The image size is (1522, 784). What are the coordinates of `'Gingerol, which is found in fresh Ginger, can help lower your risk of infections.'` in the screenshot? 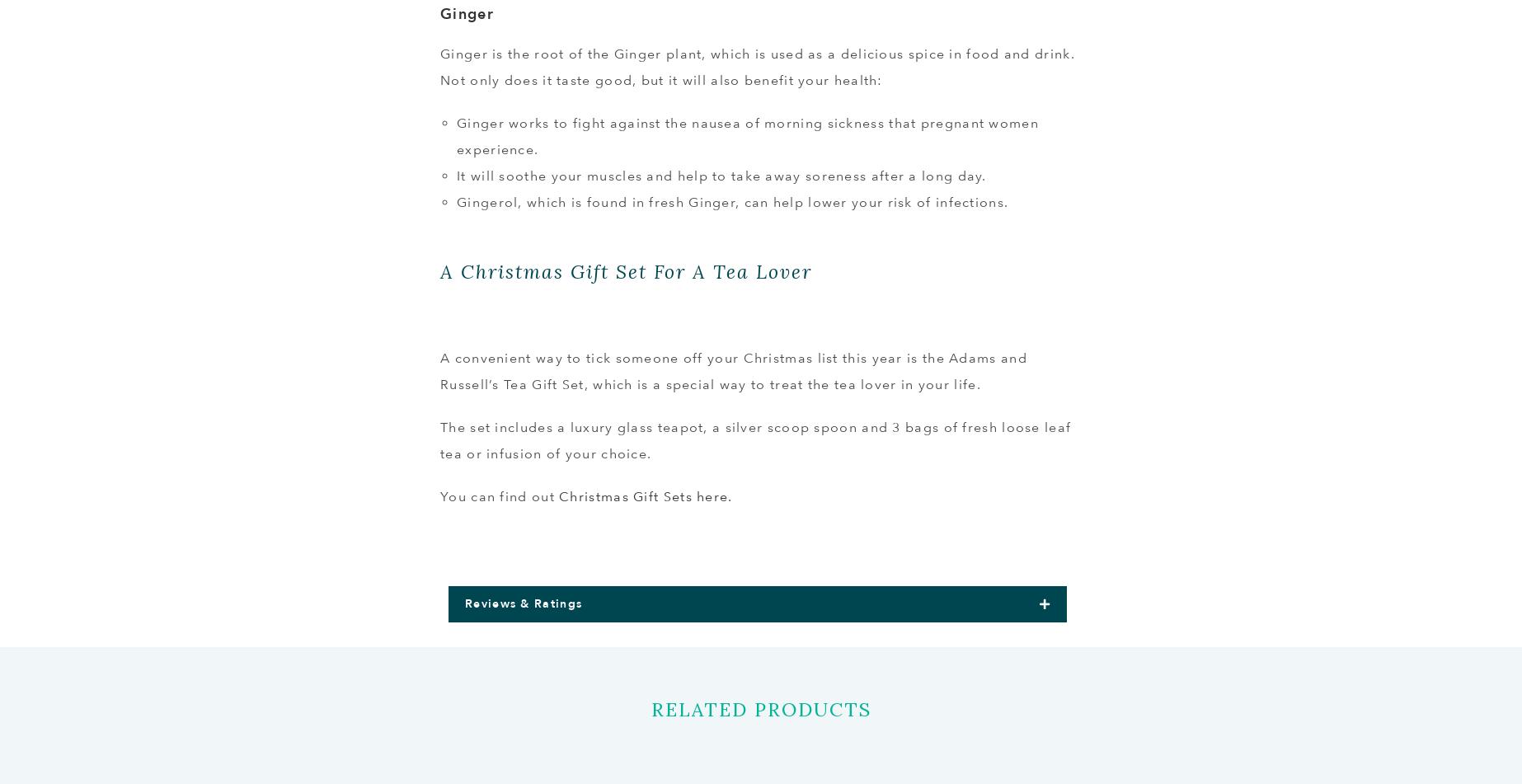 It's located at (731, 202).